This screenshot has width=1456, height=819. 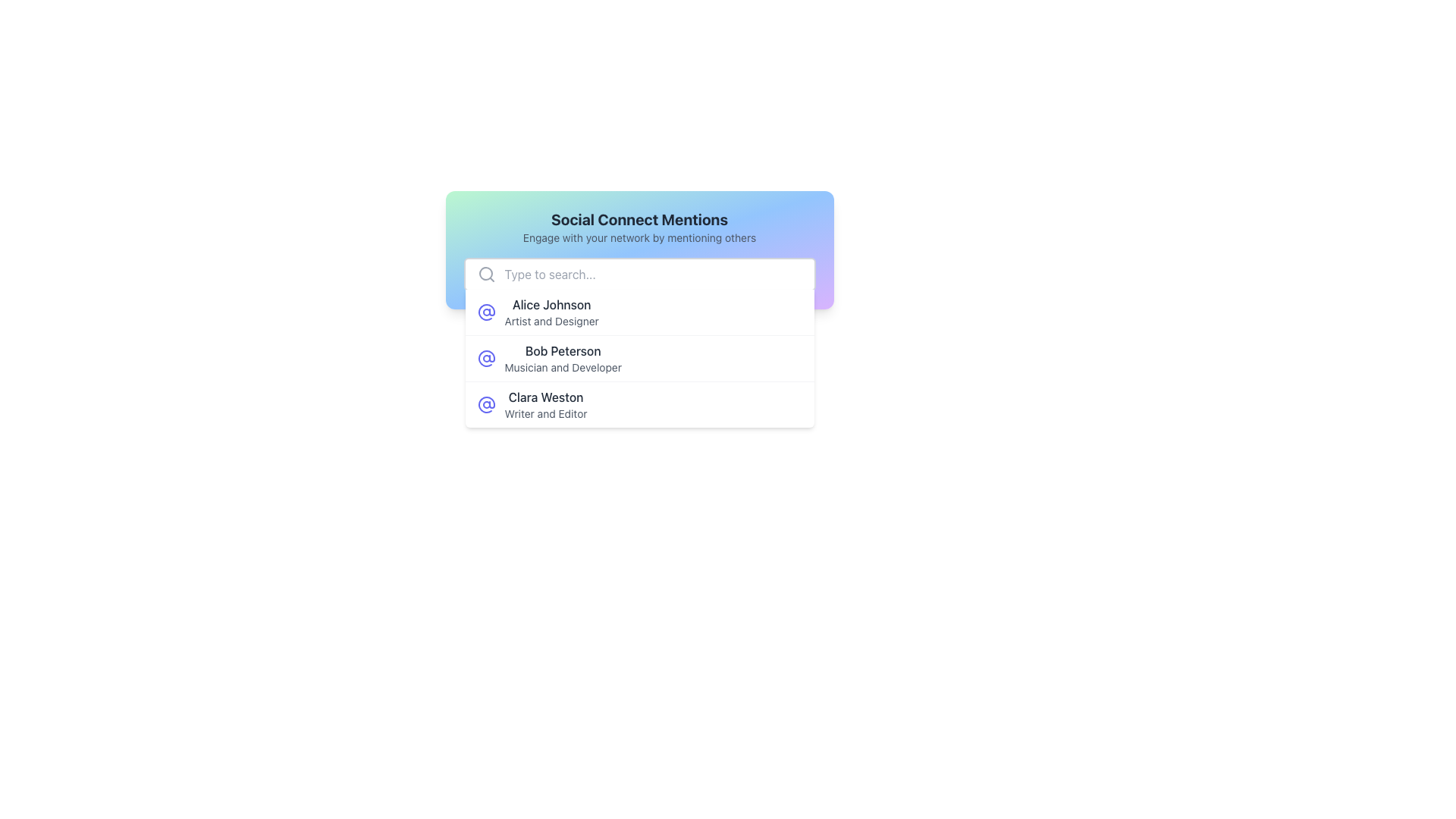 What do you see at coordinates (546, 397) in the screenshot?
I see `the text component displaying 'Clara Weston'` at bounding box center [546, 397].